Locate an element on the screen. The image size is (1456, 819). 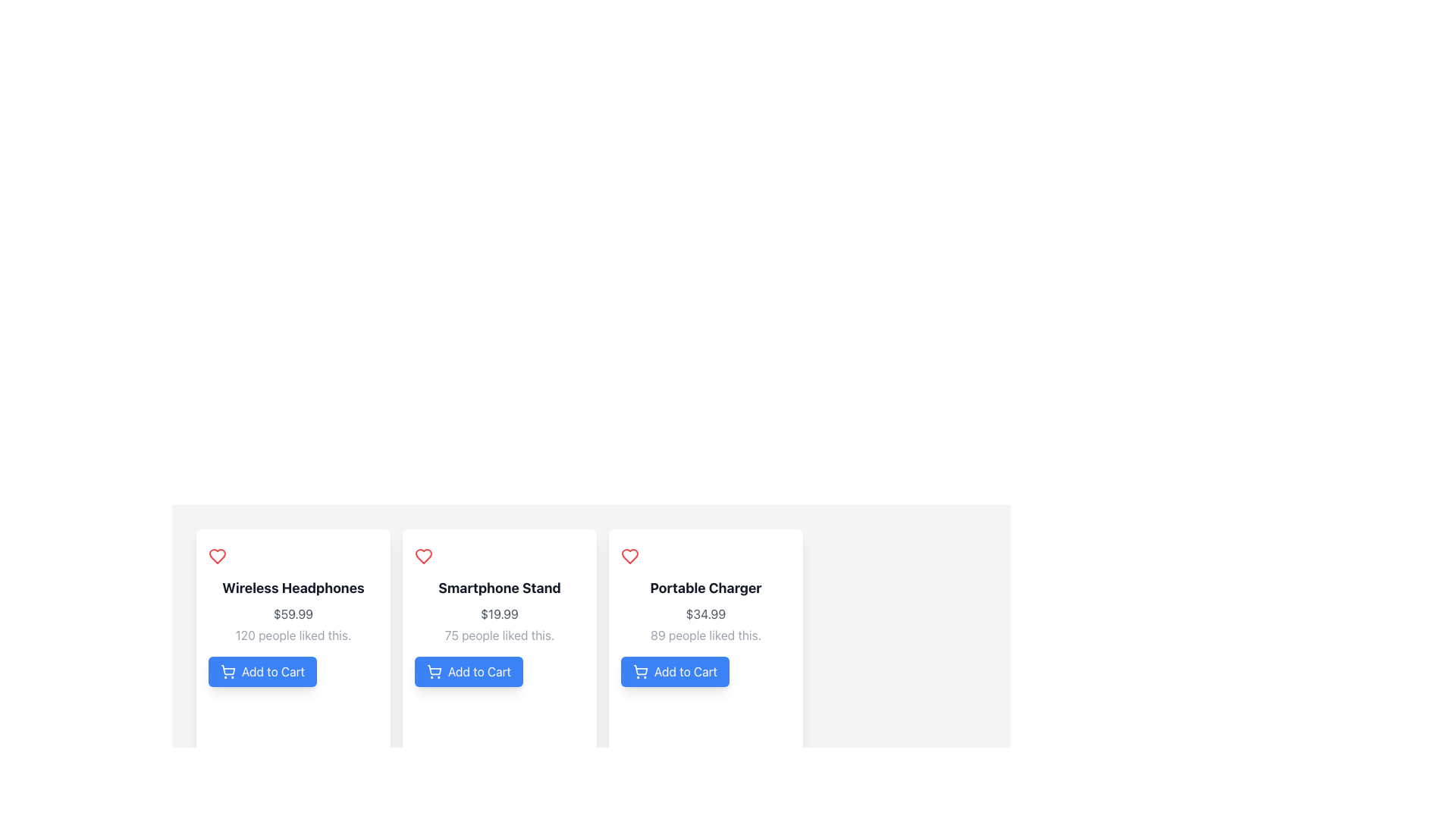
the Static Text Label that displays the price '$34.99' for the Portable Charger, which is located within the product card is located at coordinates (705, 614).